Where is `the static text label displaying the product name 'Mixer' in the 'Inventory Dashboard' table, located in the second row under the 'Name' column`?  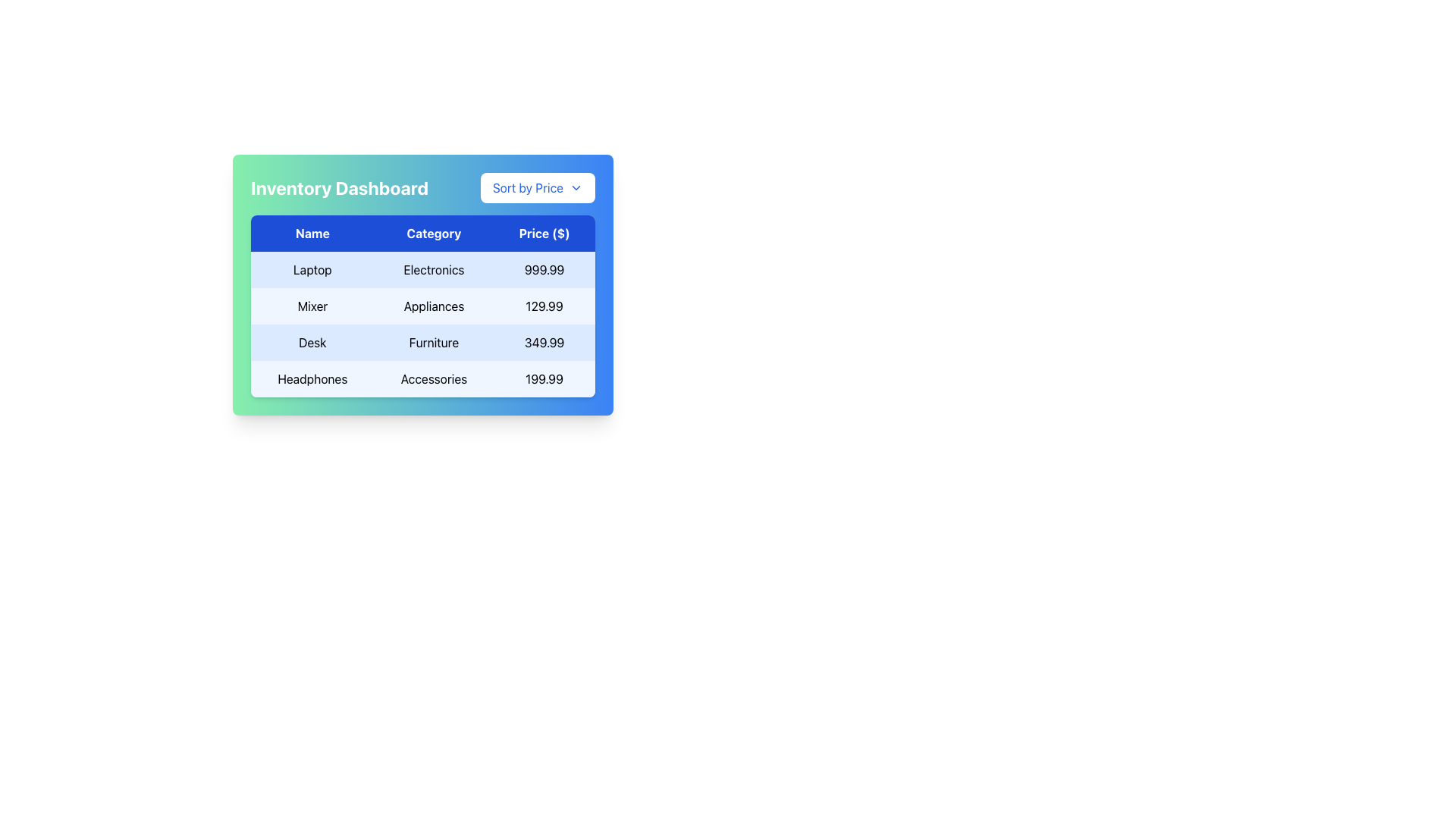
the static text label displaying the product name 'Mixer' in the 'Inventory Dashboard' table, located in the second row under the 'Name' column is located at coordinates (312, 306).